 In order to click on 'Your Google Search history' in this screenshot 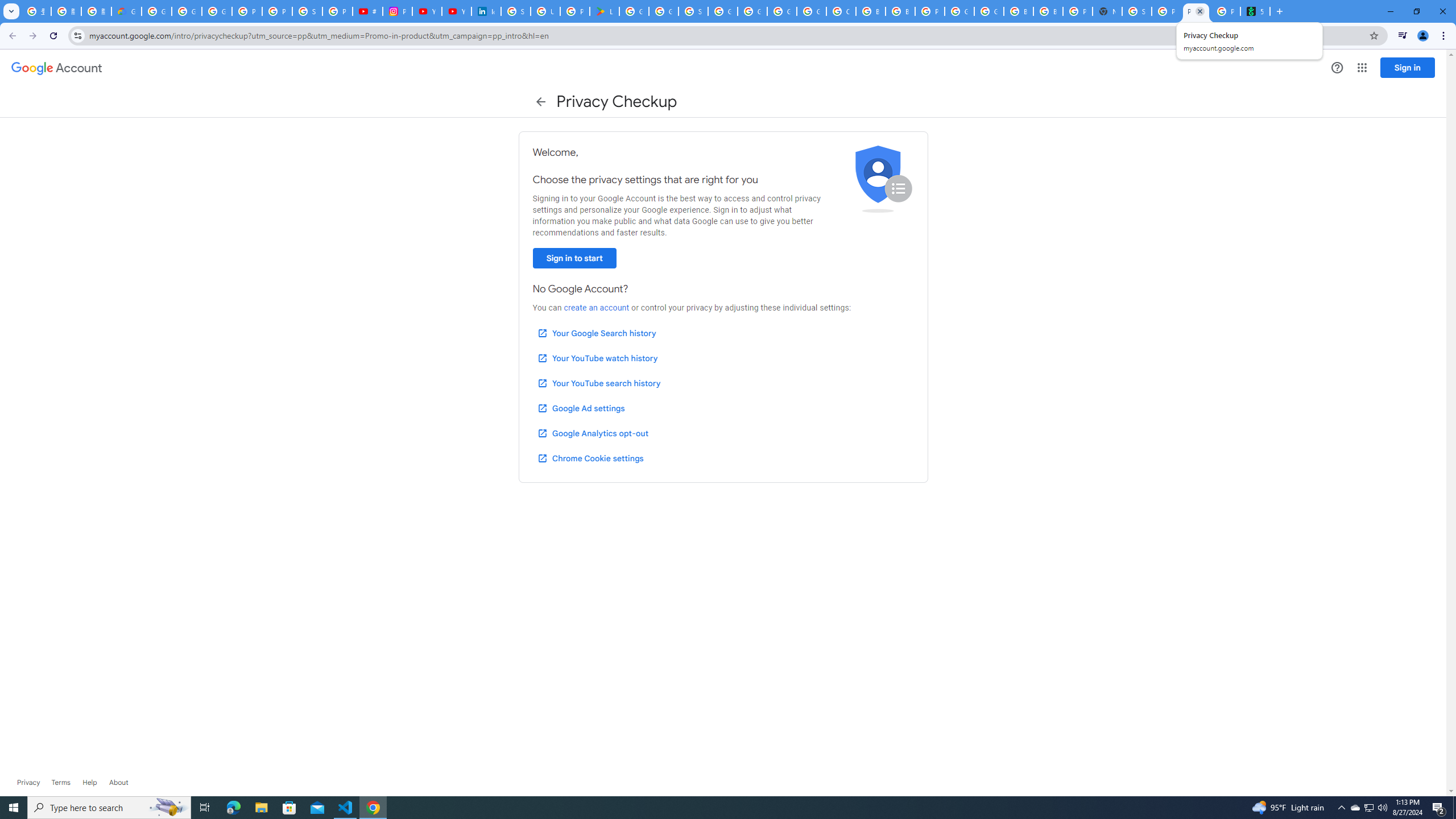, I will do `click(596, 333)`.